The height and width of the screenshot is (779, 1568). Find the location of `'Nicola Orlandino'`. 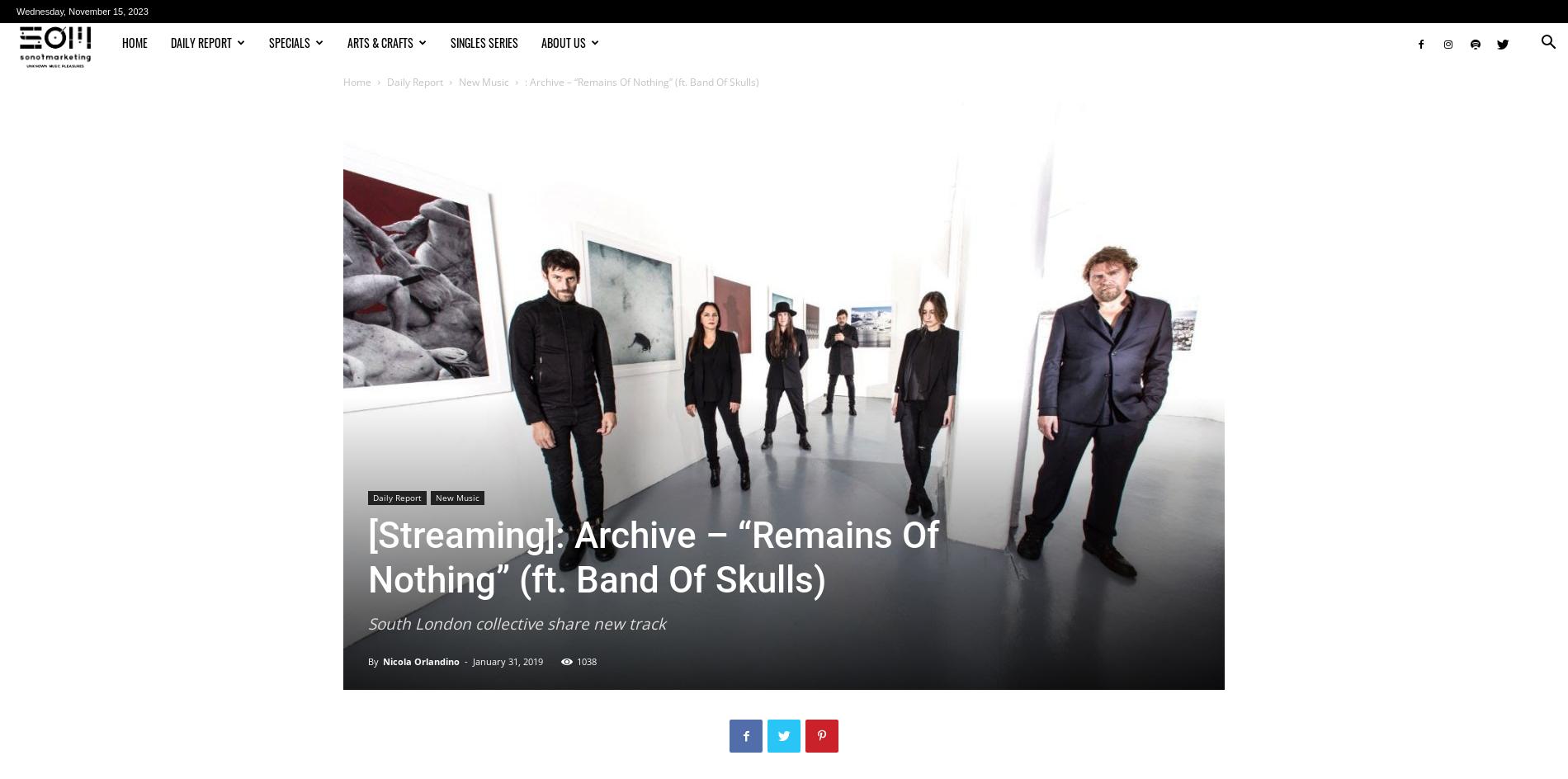

'Nicola Orlandino' is located at coordinates (421, 660).